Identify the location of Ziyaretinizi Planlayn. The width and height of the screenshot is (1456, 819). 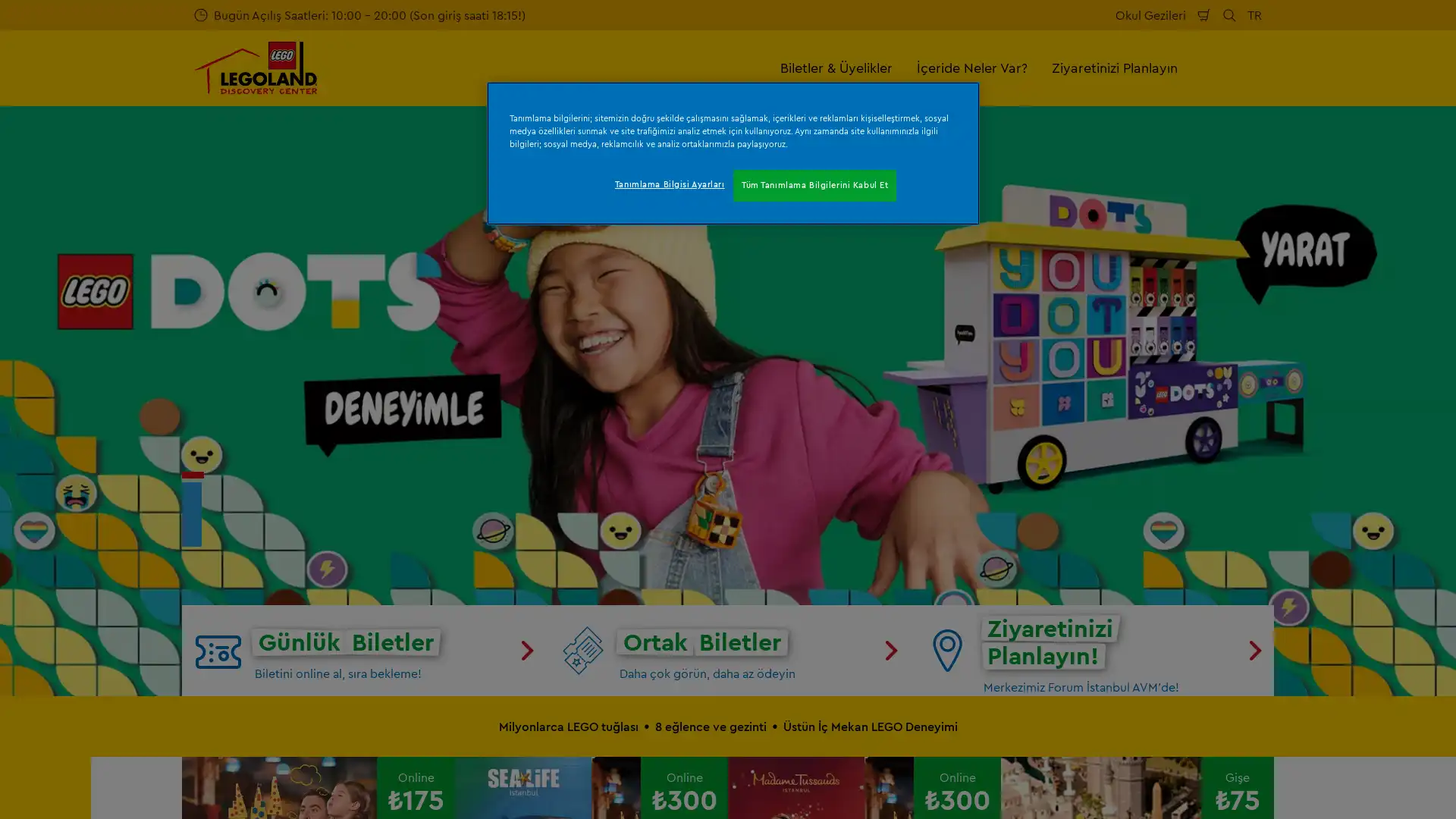
(1114, 67).